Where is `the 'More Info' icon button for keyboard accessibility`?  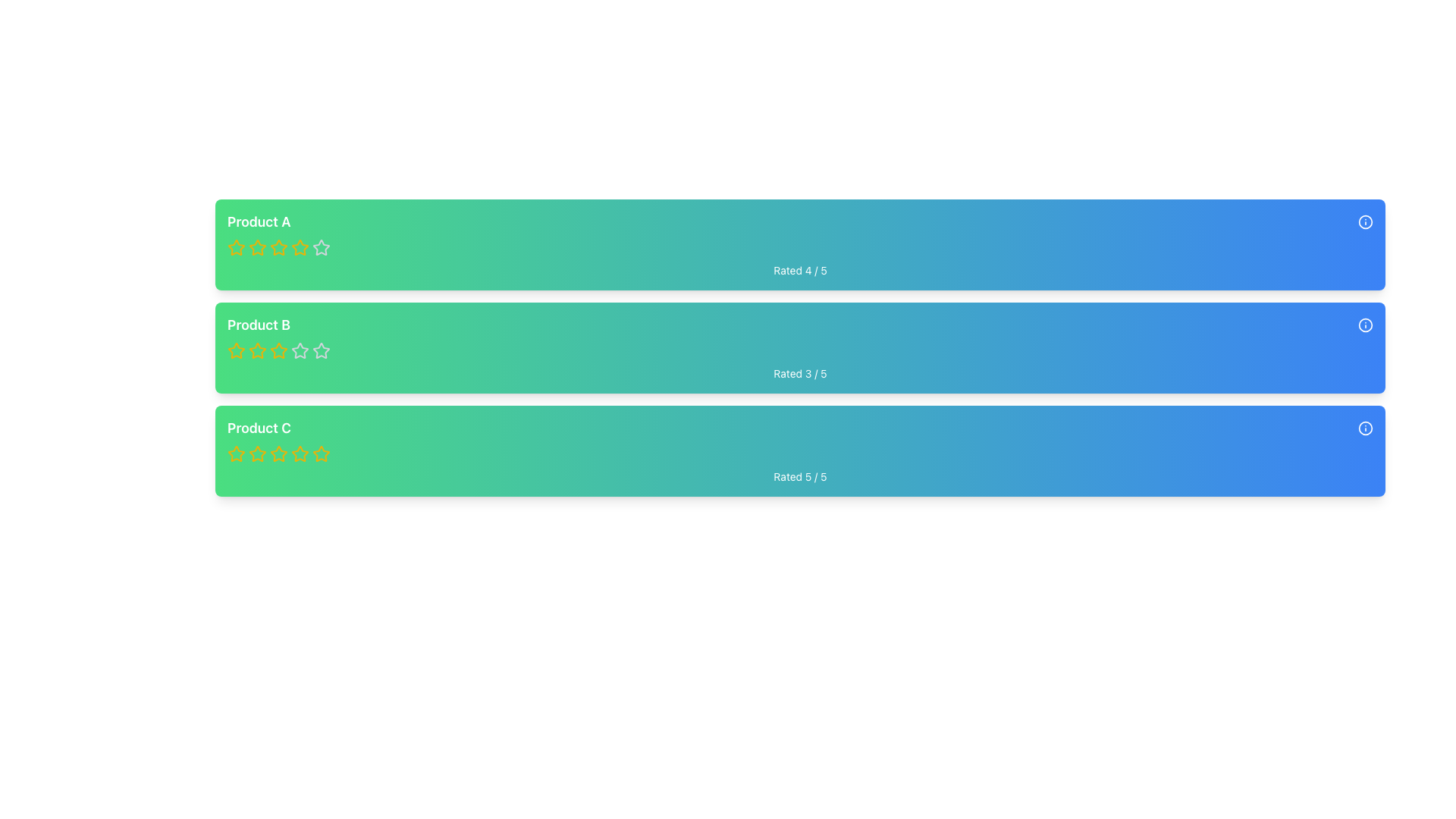 the 'More Info' icon button for keyboard accessibility is located at coordinates (1365, 222).